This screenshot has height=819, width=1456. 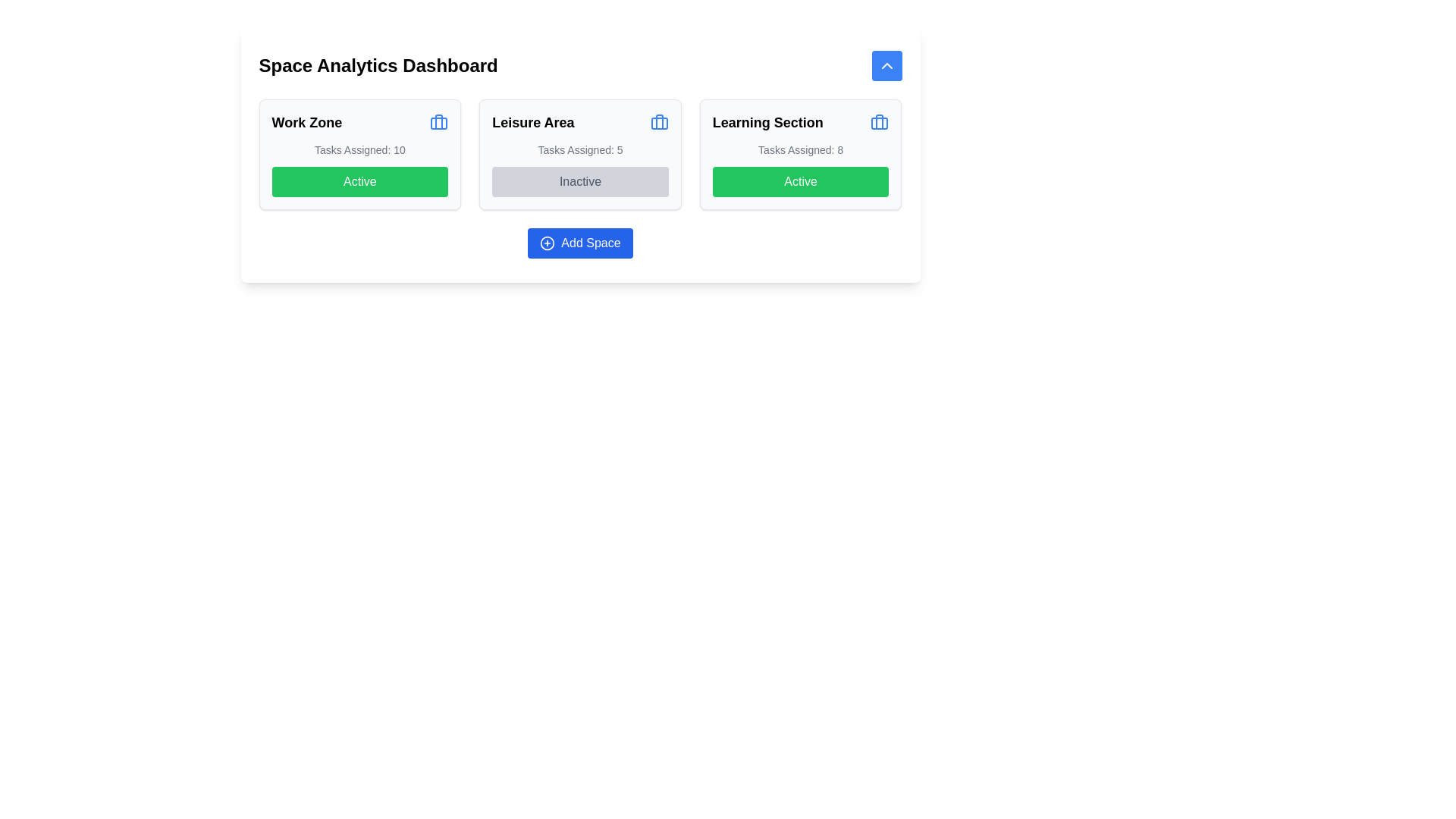 I want to click on the 'Learning Section' label with the briefcase icon, which is displayed in bold styling and positioned at the top of its card, so click(x=800, y=122).